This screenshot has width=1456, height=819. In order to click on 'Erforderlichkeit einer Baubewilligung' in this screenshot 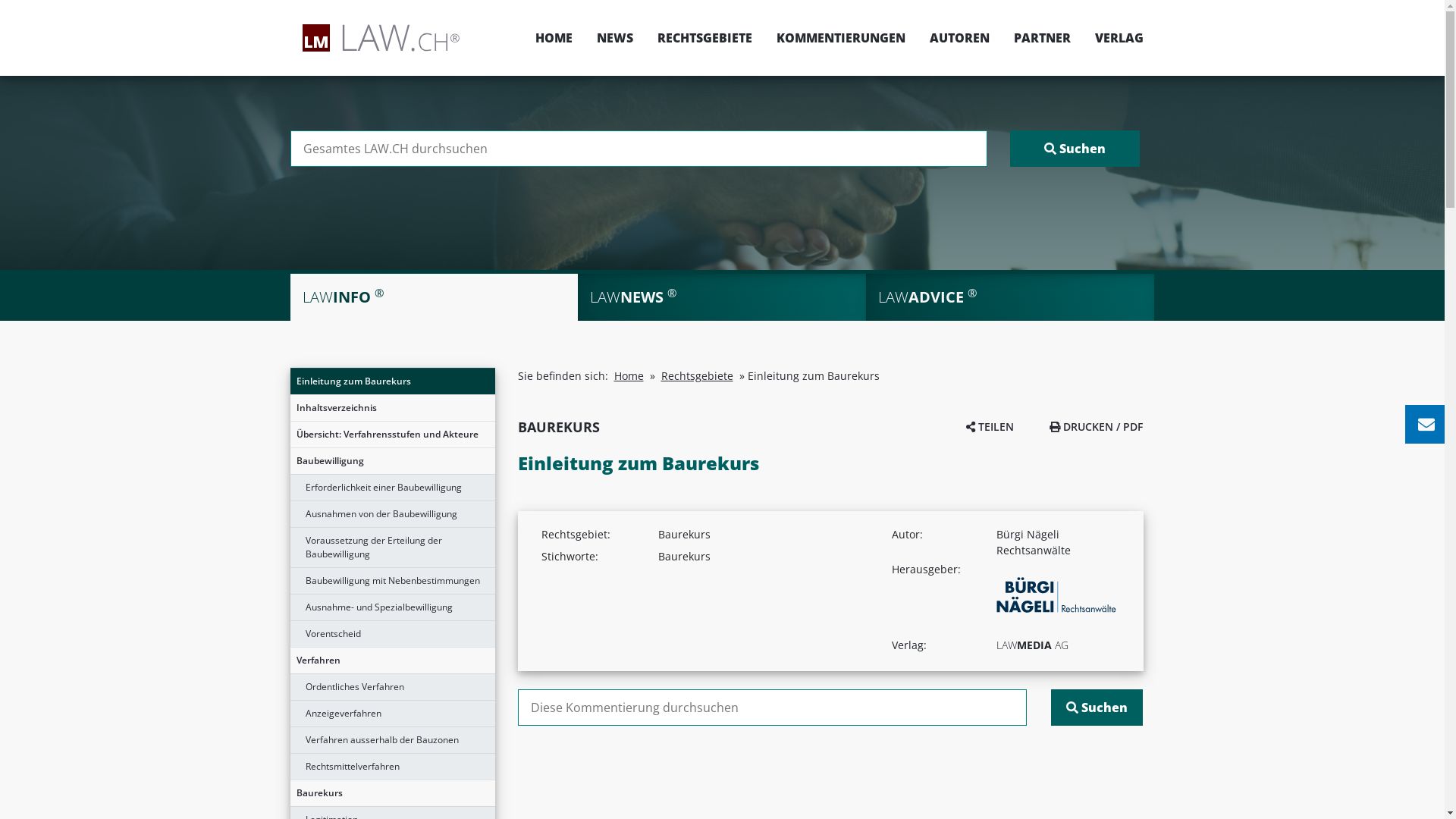, I will do `click(392, 488)`.